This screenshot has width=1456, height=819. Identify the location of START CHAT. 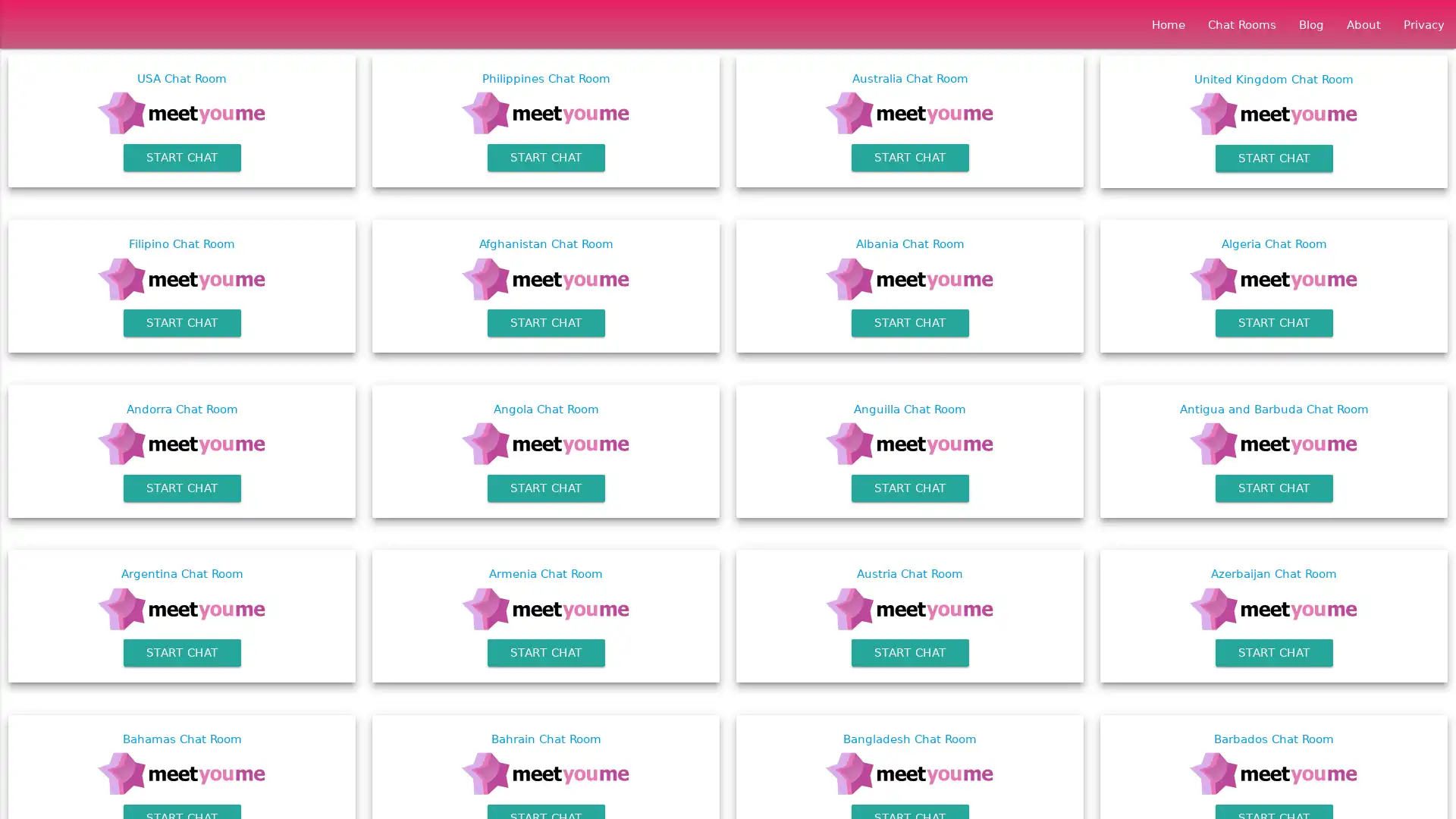
(909, 322).